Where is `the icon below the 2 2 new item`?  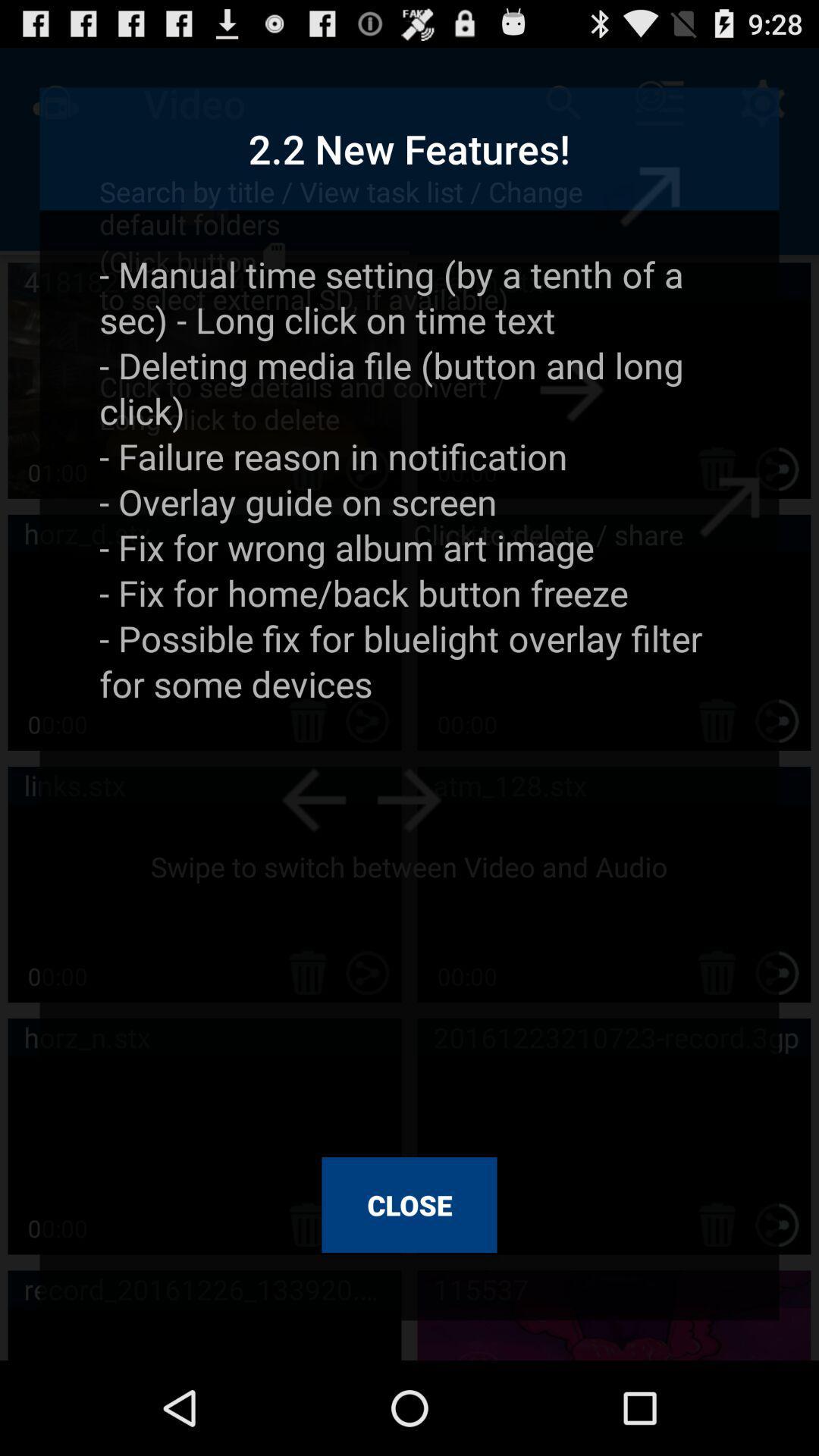
the icon below the 2 2 new item is located at coordinates (409, 693).